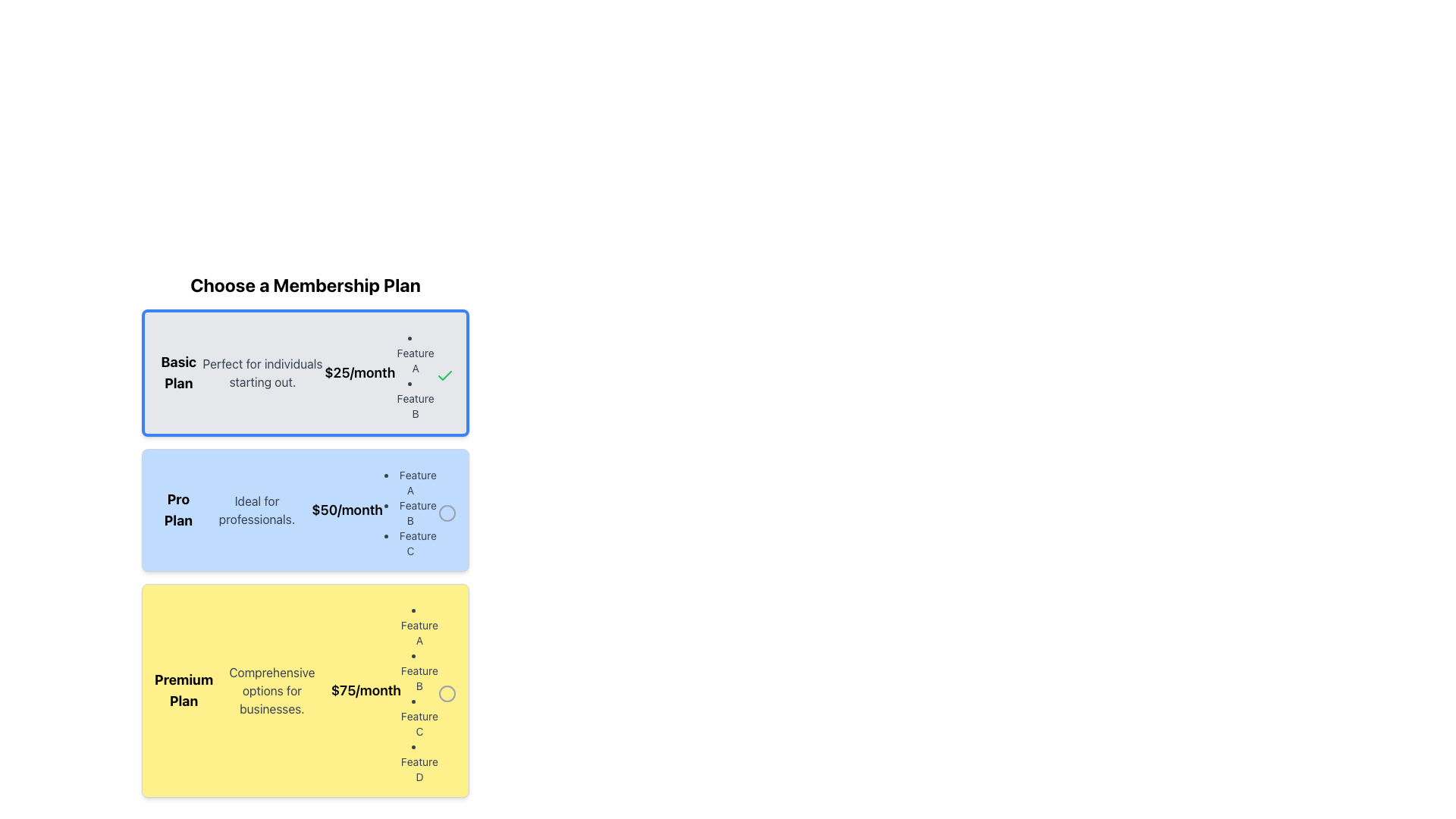 The height and width of the screenshot is (819, 1456). I want to click on the first label in the bulleted list of the 'Basic Plan' section, which provides information about the features included in this plan, so click(416, 353).